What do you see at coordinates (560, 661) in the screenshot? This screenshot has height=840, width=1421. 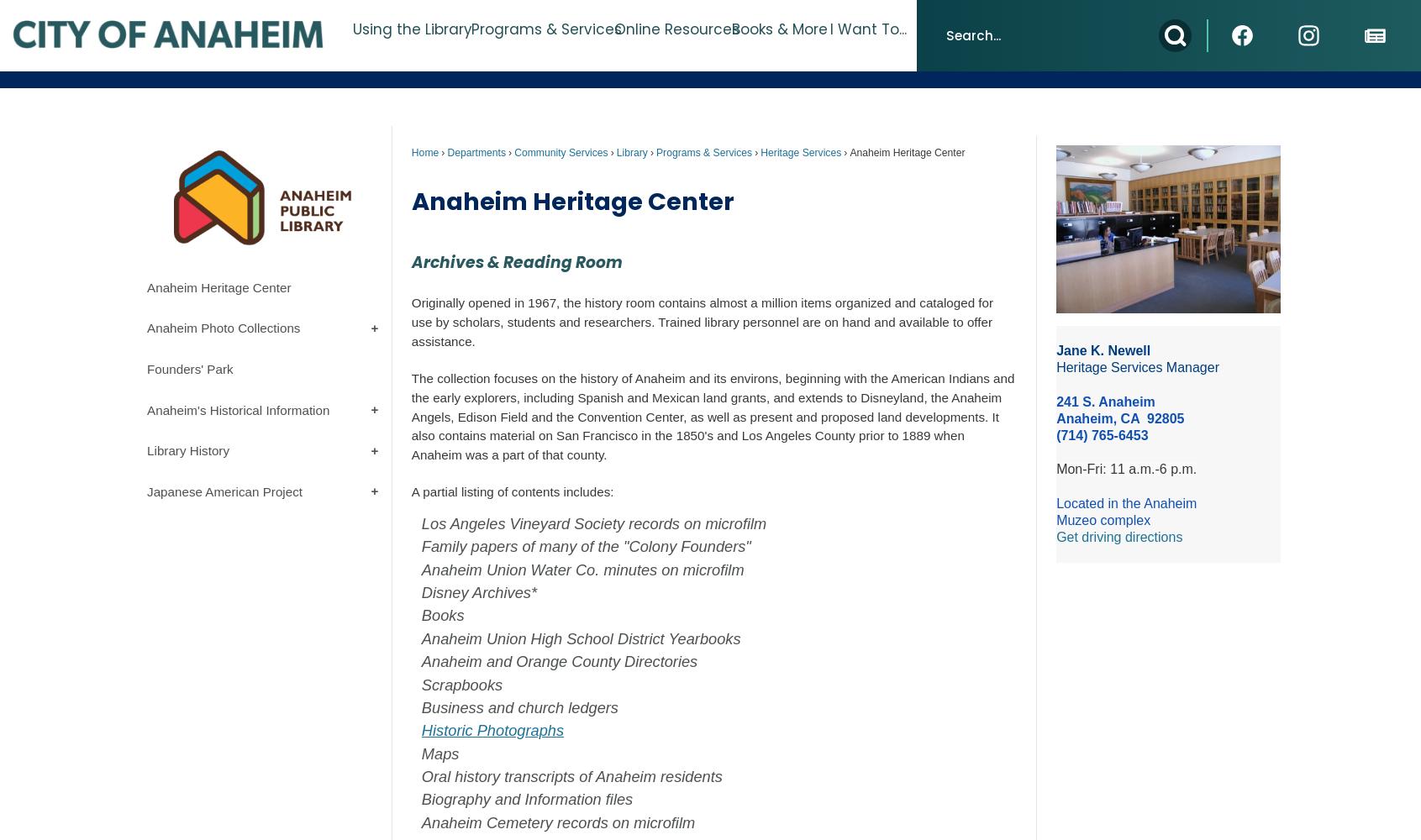 I see `'Anaheim and Orange County Directories'` at bounding box center [560, 661].